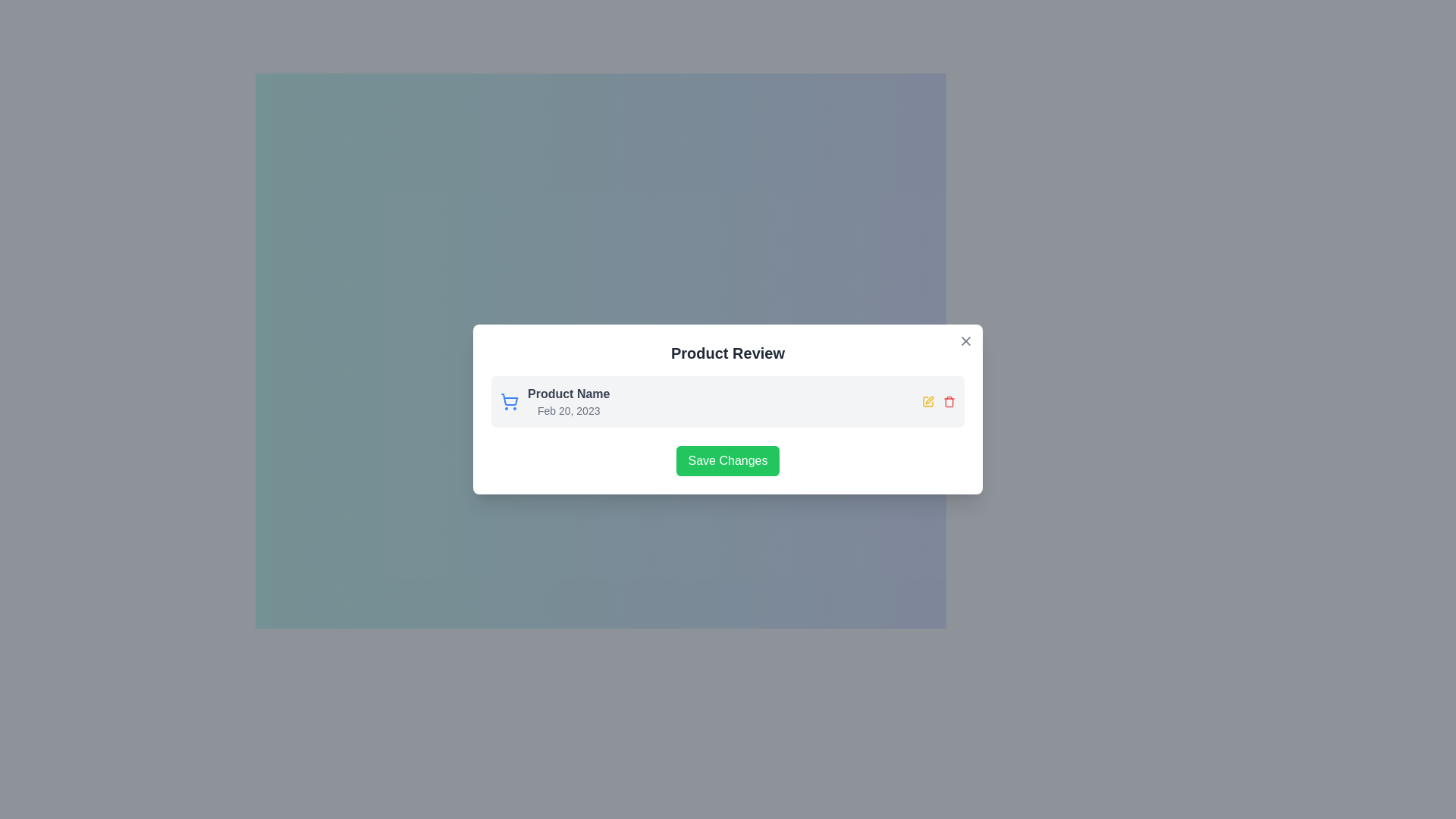 This screenshot has height=819, width=1456. What do you see at coordinates (728, 460) in the screenshot?
I see `the 'Save Changes' button, which is styled with a bold font, white text on a green background, located at the bottom of the 'Product Review' modal` at bounding box center [728, 460].